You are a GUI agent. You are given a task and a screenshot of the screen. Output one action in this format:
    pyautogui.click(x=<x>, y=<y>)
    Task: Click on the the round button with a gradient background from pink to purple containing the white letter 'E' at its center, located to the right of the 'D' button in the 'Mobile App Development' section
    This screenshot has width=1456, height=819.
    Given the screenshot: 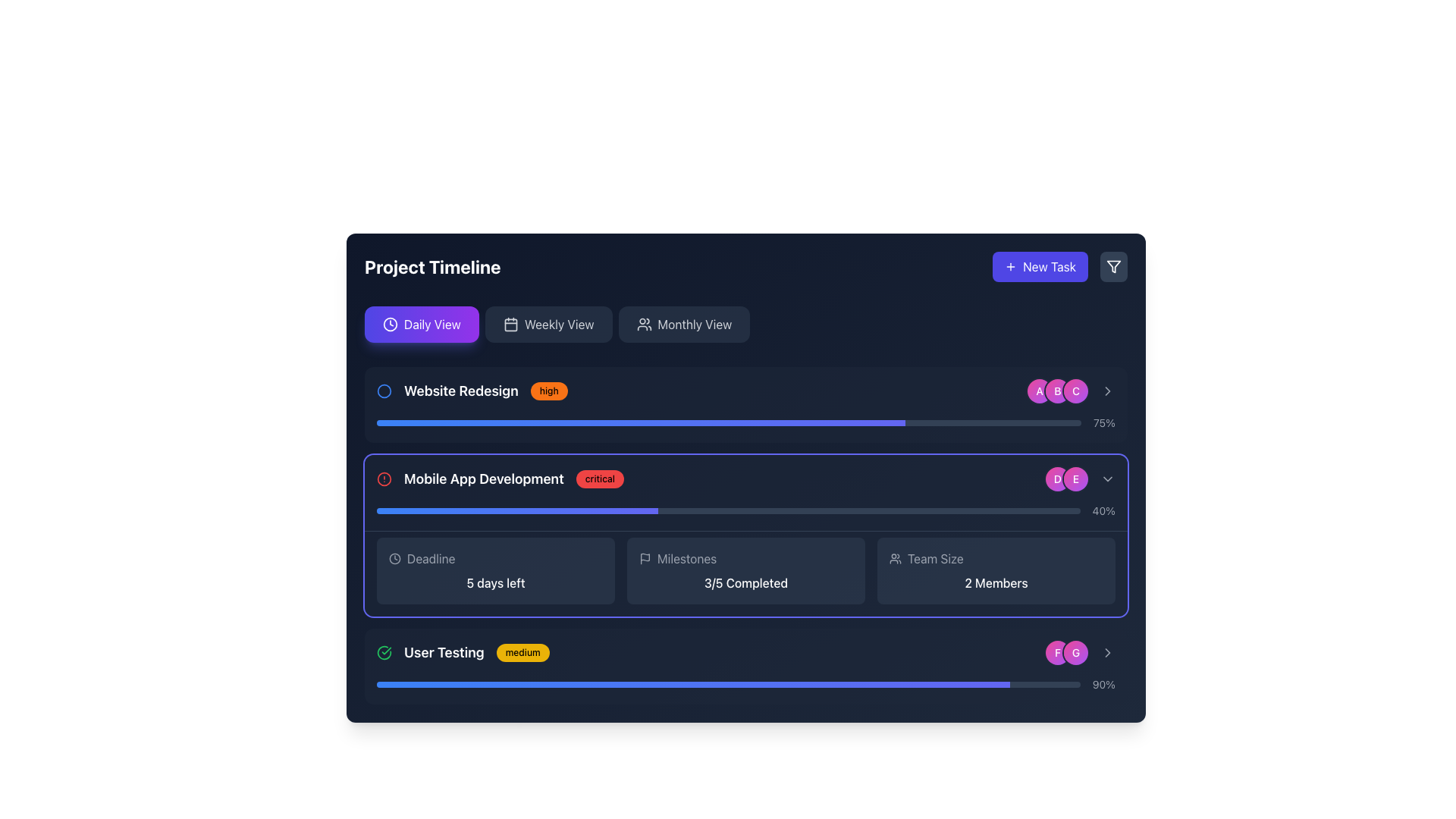 What is the action you would take?
    pyautogui.click(x=1080, y=479)
    